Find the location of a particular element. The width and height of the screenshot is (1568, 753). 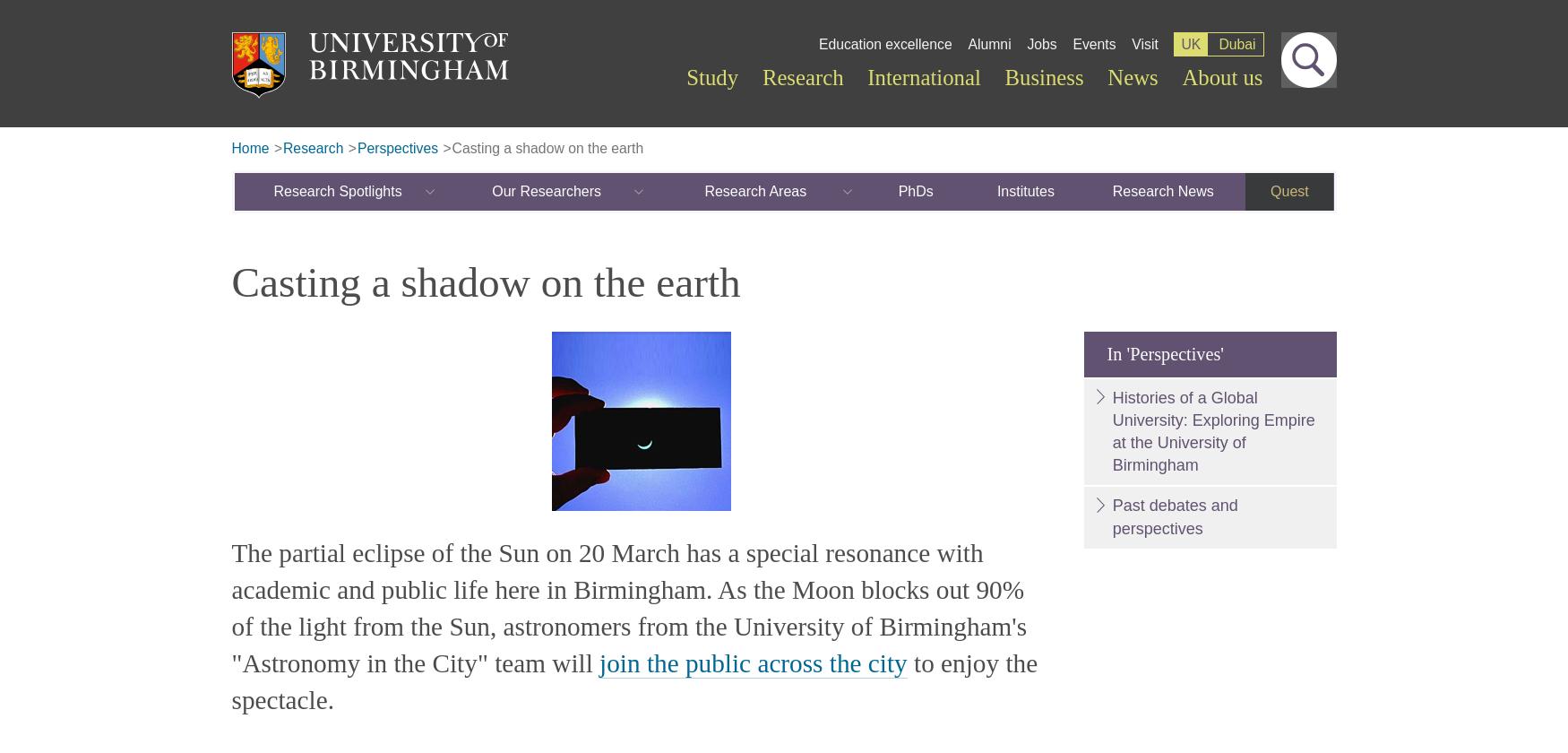

'Institutes' is located at coordinates (1023, 190).